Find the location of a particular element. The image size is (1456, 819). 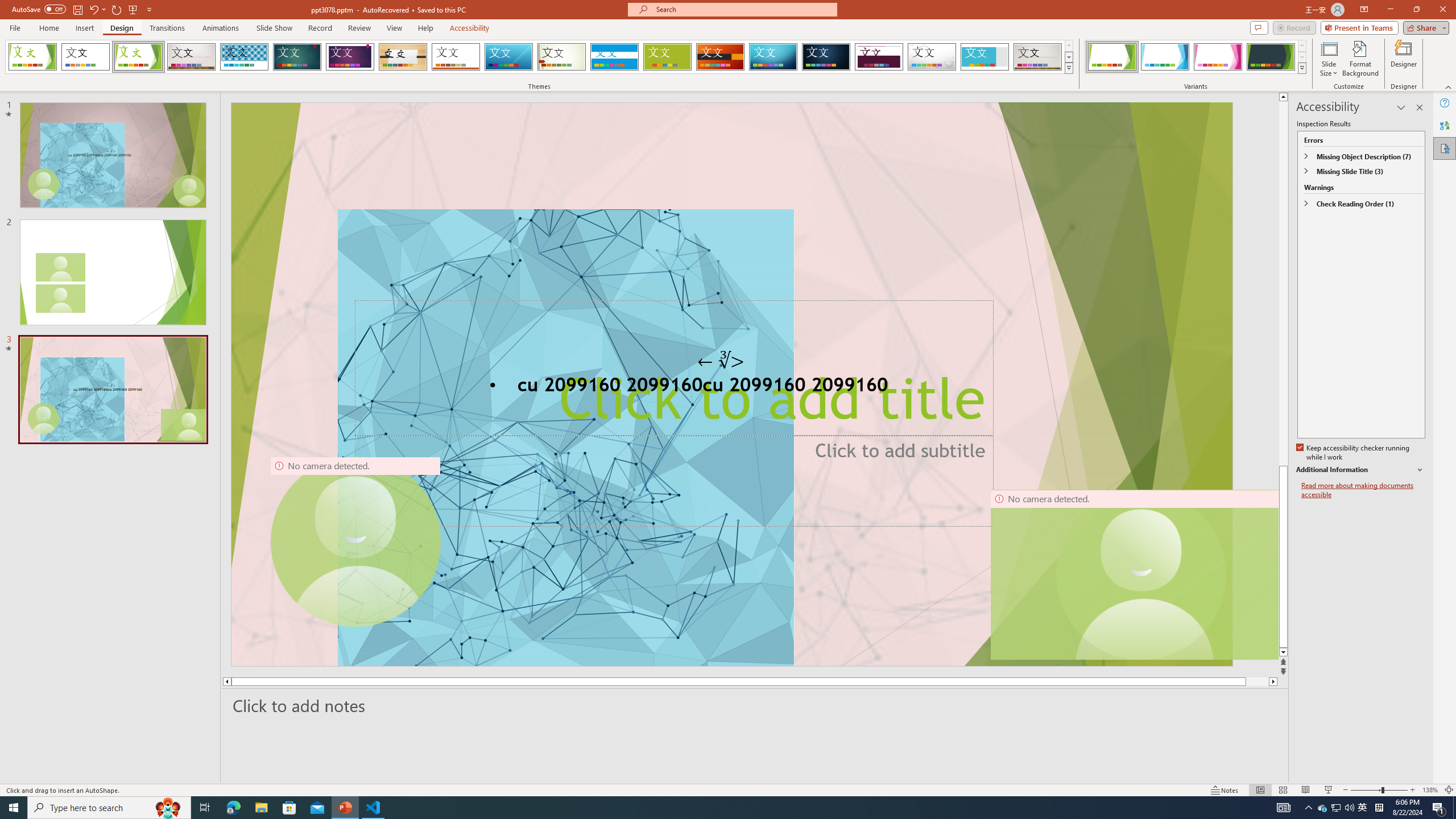

'Banded' is located at coordinates (614, 56).